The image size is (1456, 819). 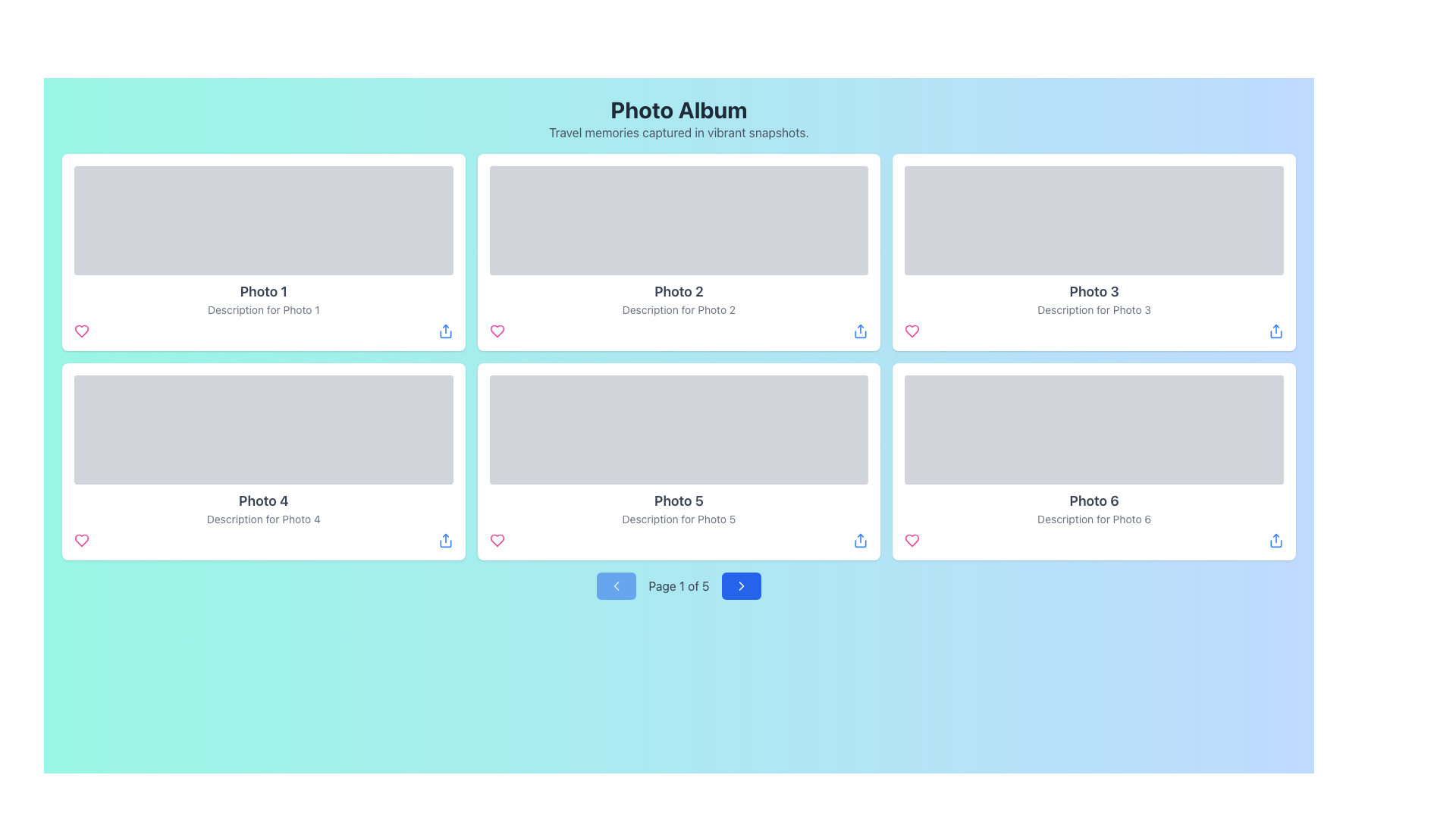 I want to click on the heart-shaped button located at the bottom-left corner of the Photo 5 card in the second row of the photo grid layout to mark the associated image as a favorite, so click(x=497, y=540).